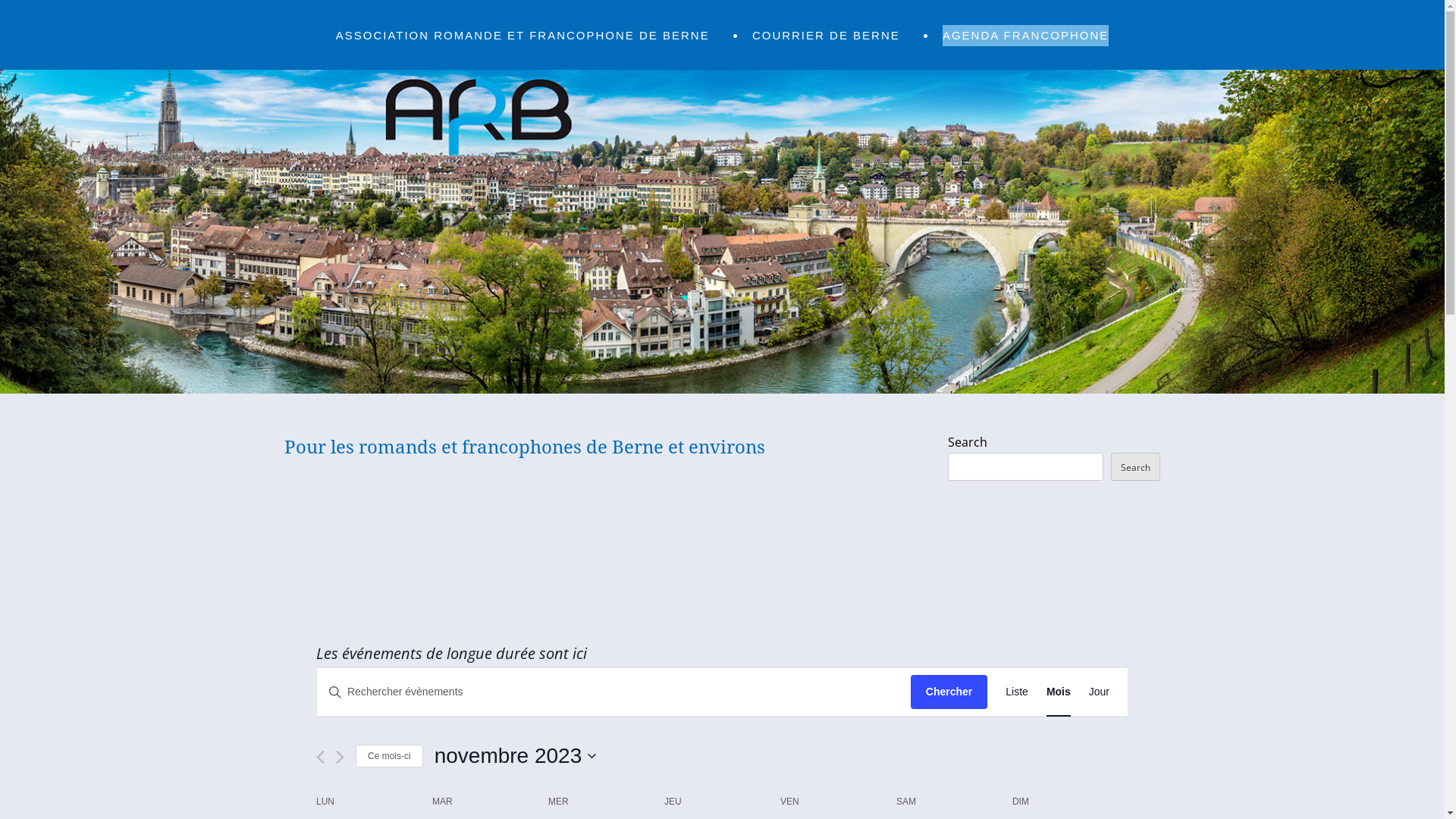  I want to click on 'Ce mois-ci', so click(389, 756).